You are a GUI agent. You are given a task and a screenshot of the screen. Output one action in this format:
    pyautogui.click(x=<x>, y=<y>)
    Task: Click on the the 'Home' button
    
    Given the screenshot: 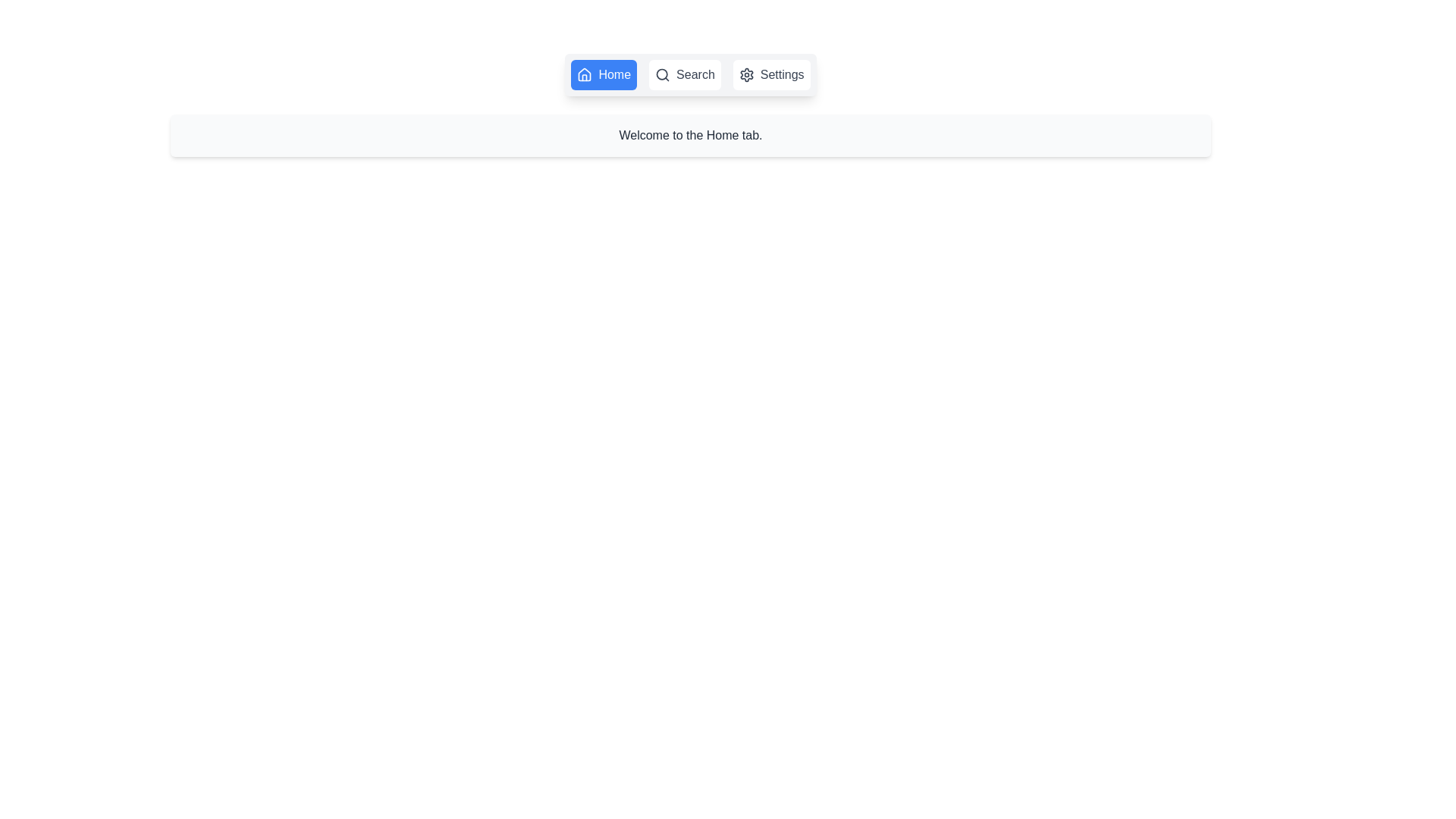 What is the action you would take?
    pyautogui.click(x=603, y=75)
    